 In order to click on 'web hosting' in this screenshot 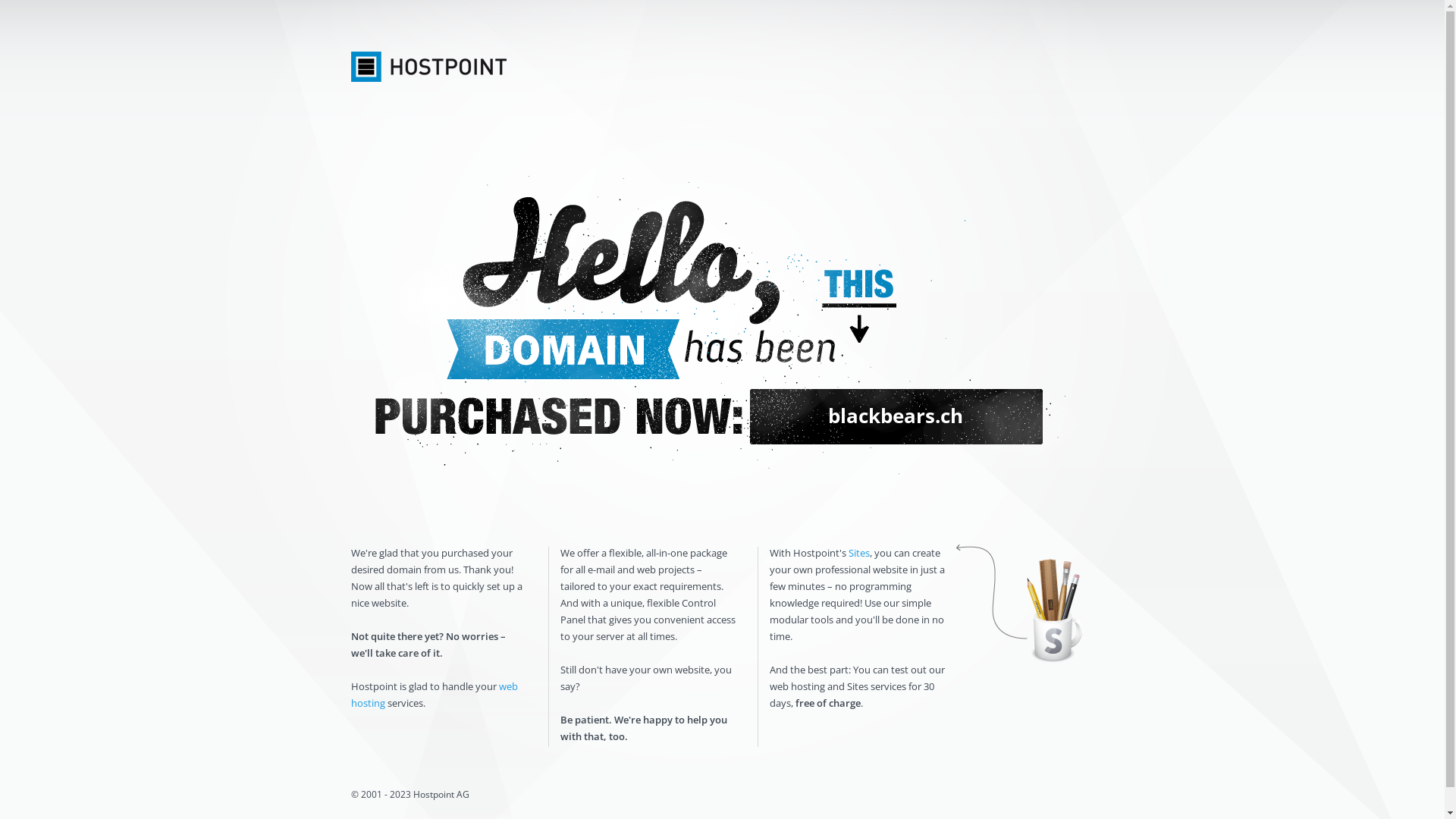, I will do `click(432, 694)`.